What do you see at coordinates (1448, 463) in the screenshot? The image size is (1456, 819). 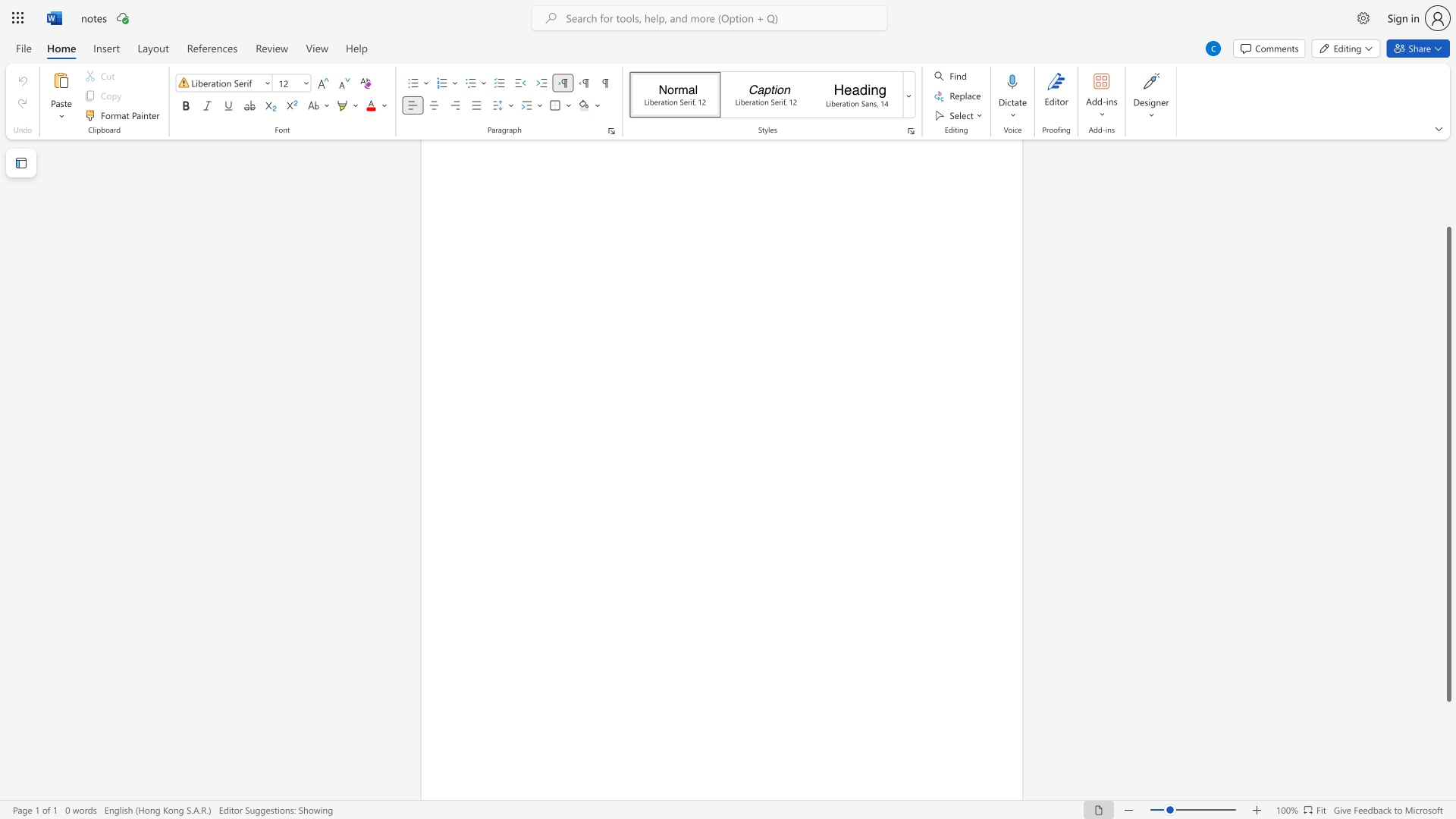 I see `the scrollbar and move down 60 pixels` at bounding box center [1448, 463].